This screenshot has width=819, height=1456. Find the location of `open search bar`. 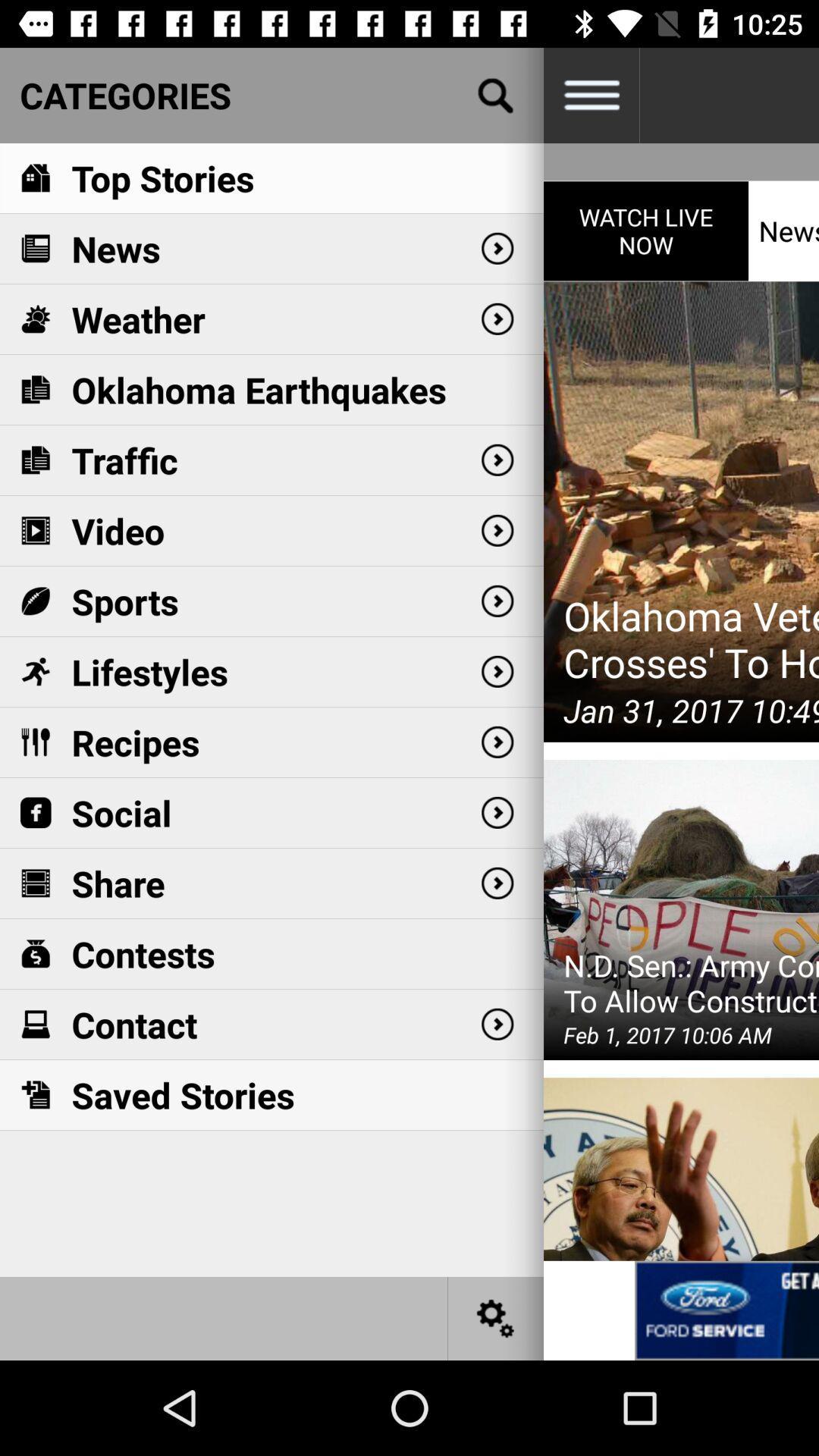

open search bar is located at coordinates (496, 94).